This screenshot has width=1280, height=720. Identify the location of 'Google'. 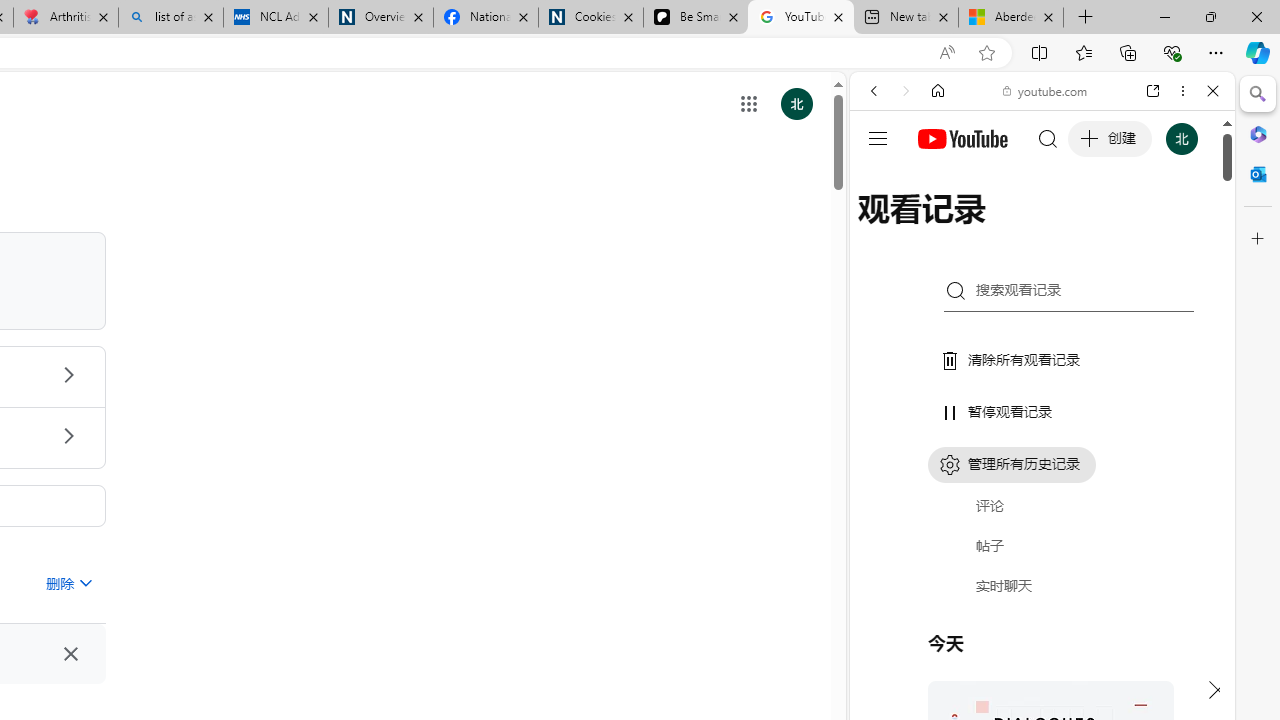
(1041, 495).